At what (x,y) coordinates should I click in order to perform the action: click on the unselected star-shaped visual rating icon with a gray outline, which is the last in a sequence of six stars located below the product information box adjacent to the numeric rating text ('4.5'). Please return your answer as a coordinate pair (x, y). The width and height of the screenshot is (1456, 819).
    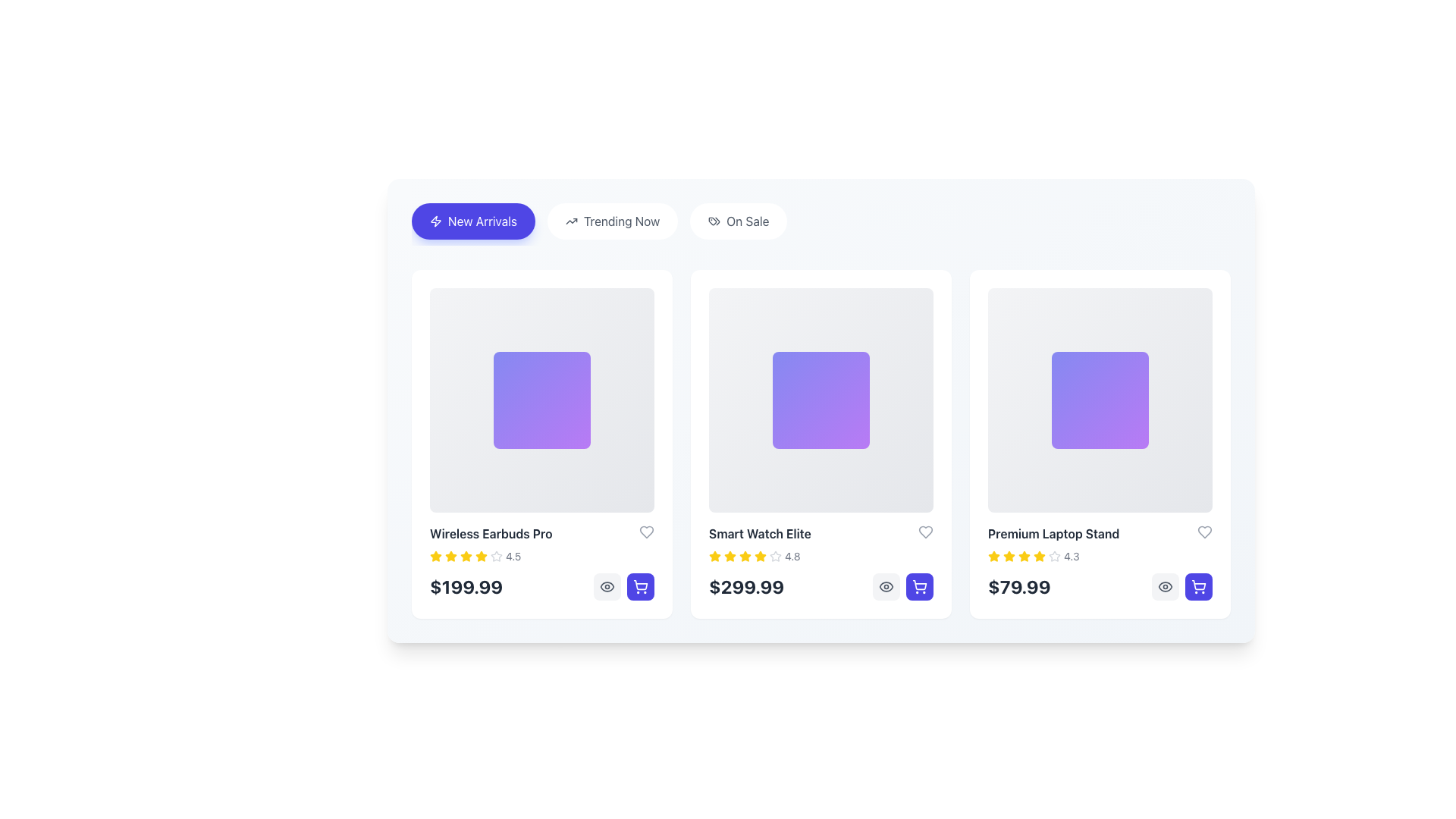
    Looking at the image, I should click on (496, 556).